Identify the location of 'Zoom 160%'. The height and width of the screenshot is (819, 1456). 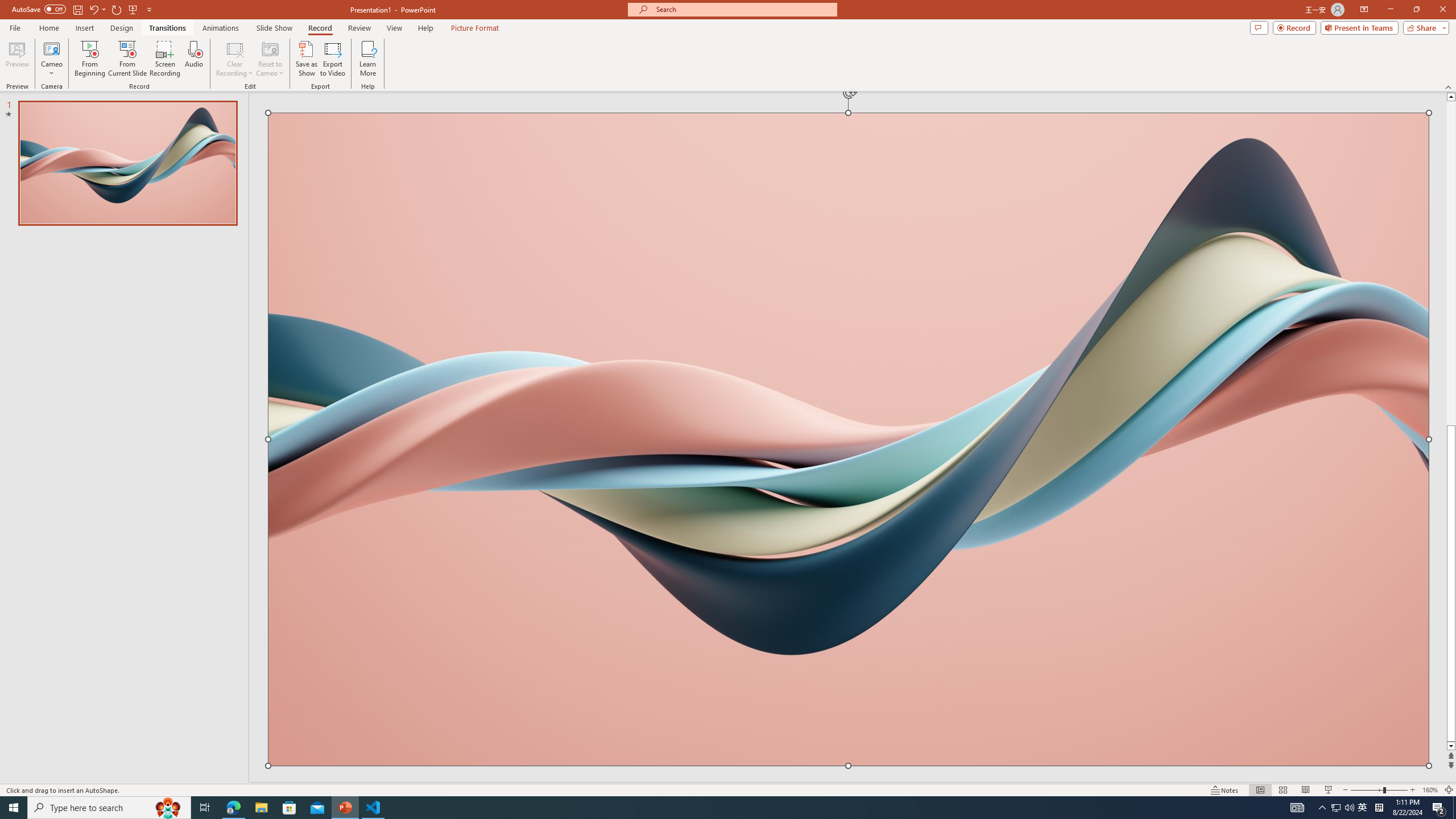
(1430, 790).